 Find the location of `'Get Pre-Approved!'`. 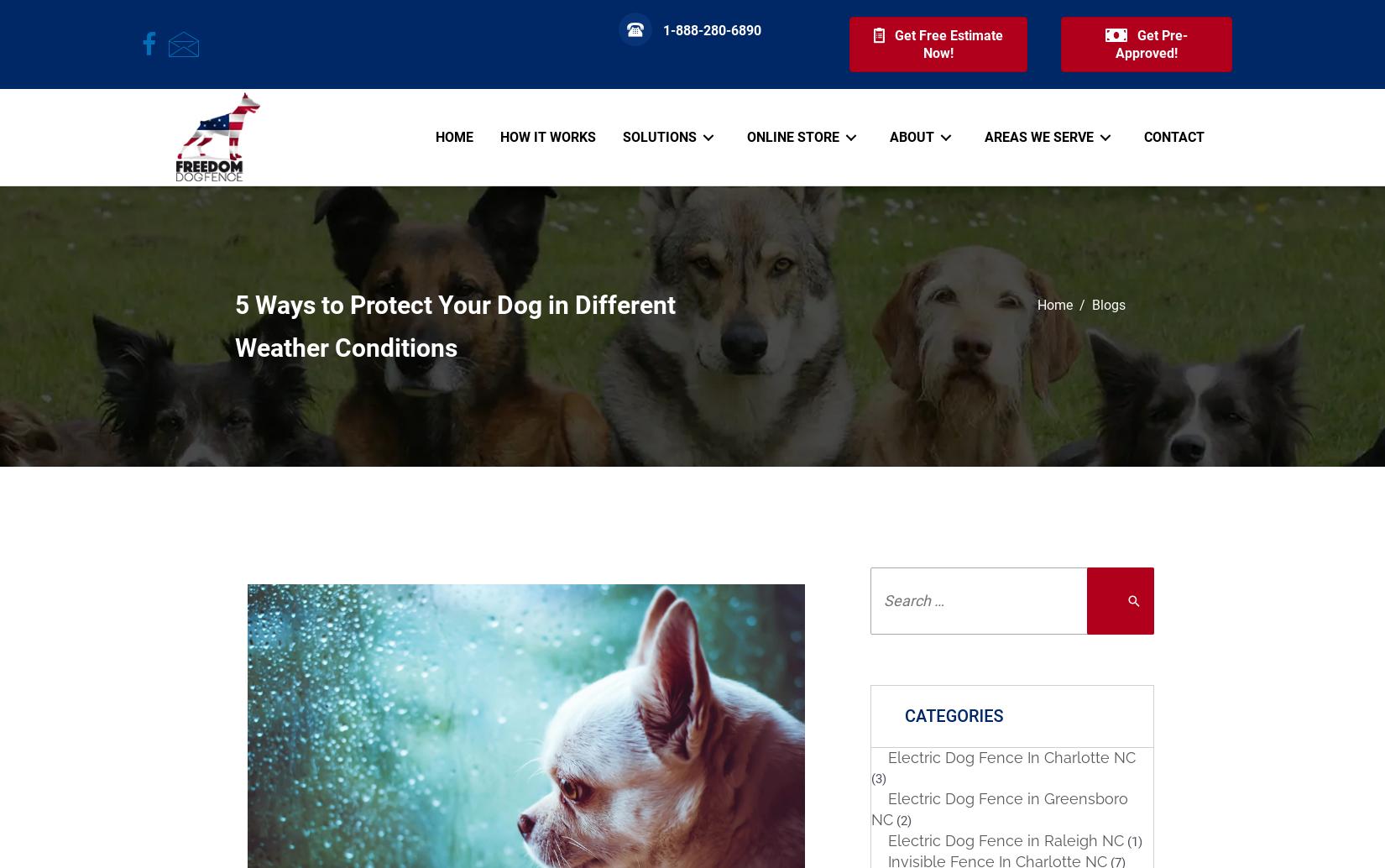

'Get Pre-Approved!' is located at coordinates (1150, 44).